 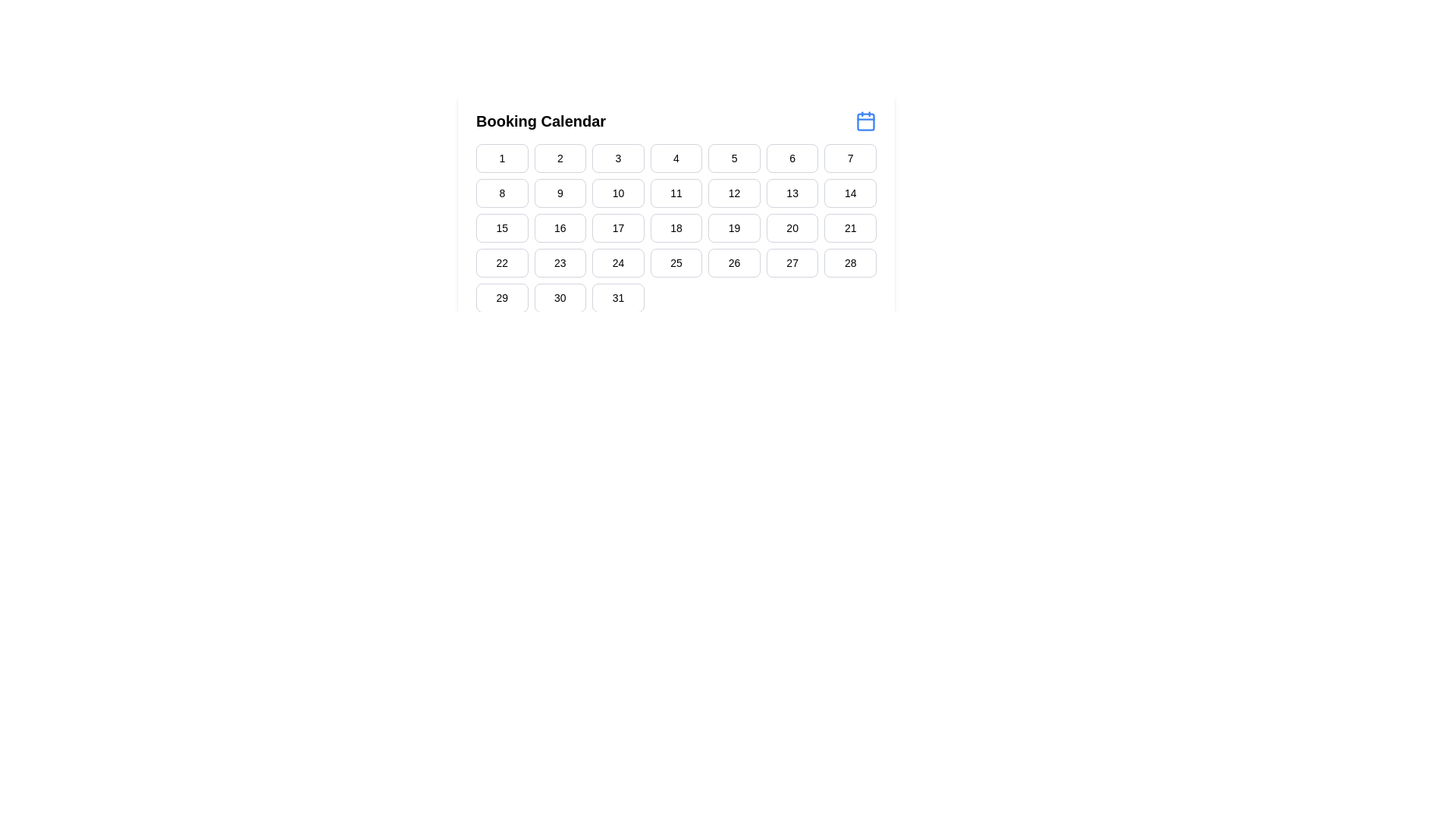 I want to click on the button displaying the number '4' in the calendar date grid, so click(x=676, y=158).